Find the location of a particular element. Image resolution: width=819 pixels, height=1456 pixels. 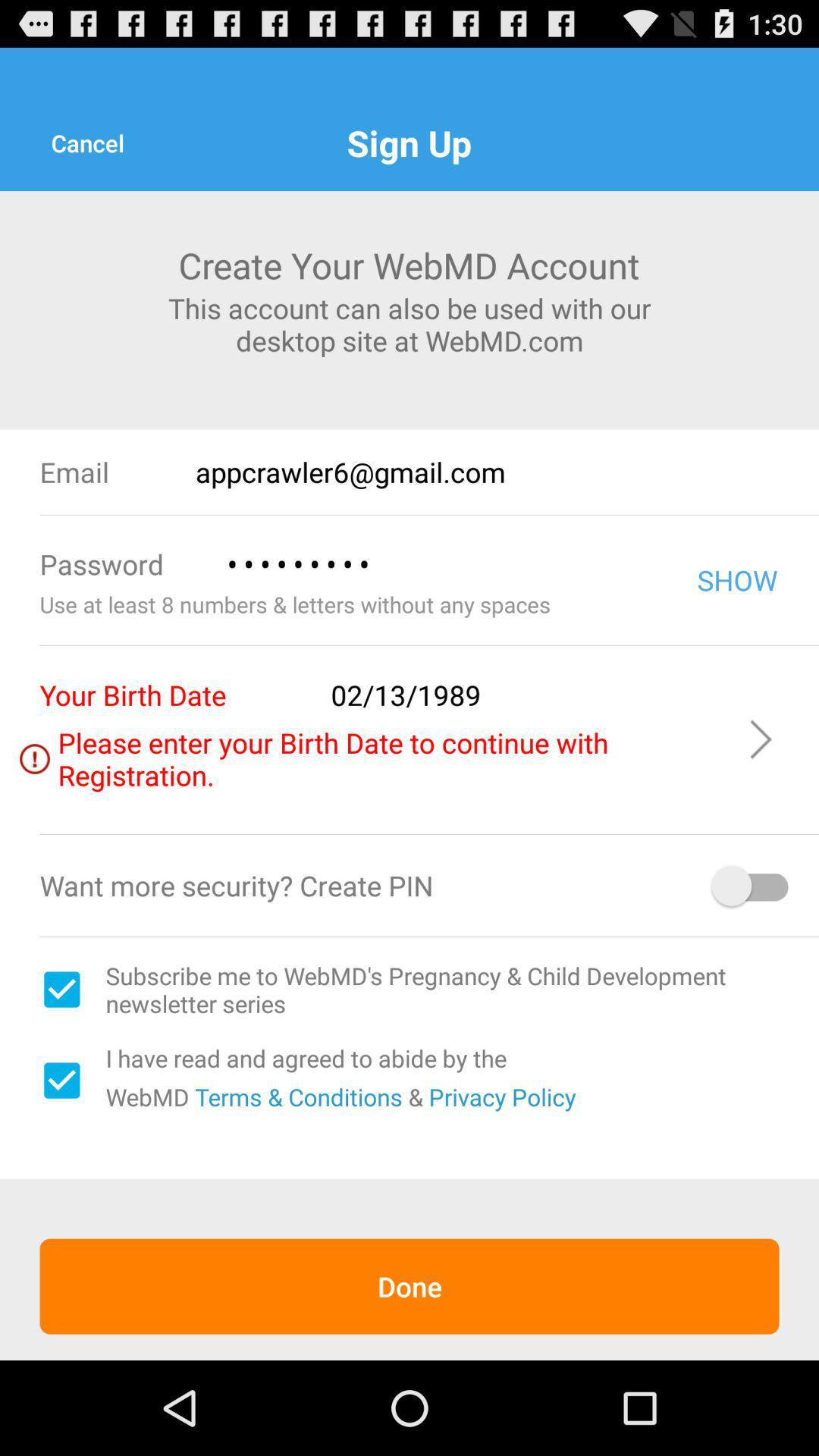

the item above done item is located at coordinates (296, 1097).